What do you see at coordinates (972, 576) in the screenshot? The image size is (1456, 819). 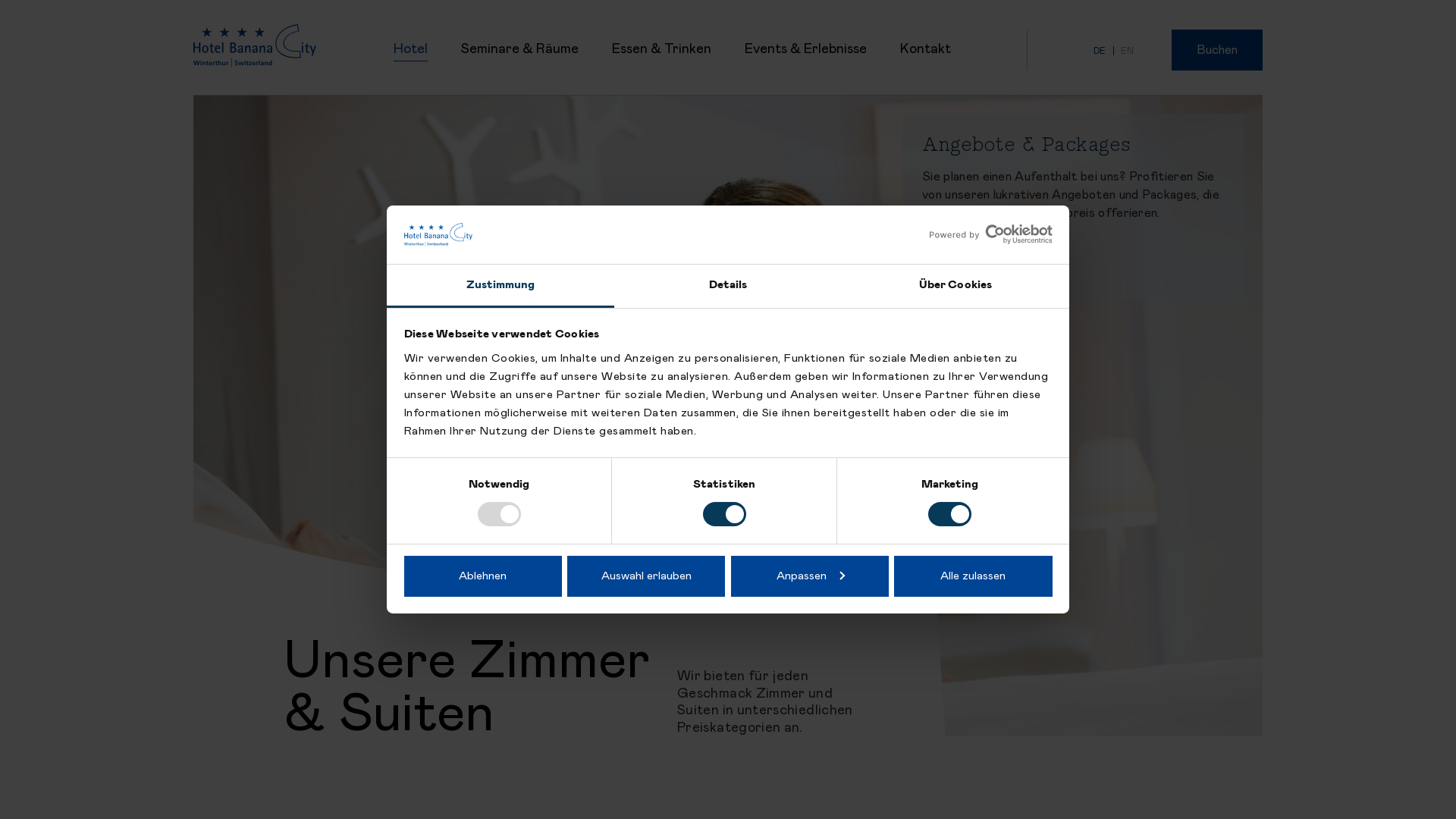 I see `'Alle zulassen'` at bounding box center [972, 576].